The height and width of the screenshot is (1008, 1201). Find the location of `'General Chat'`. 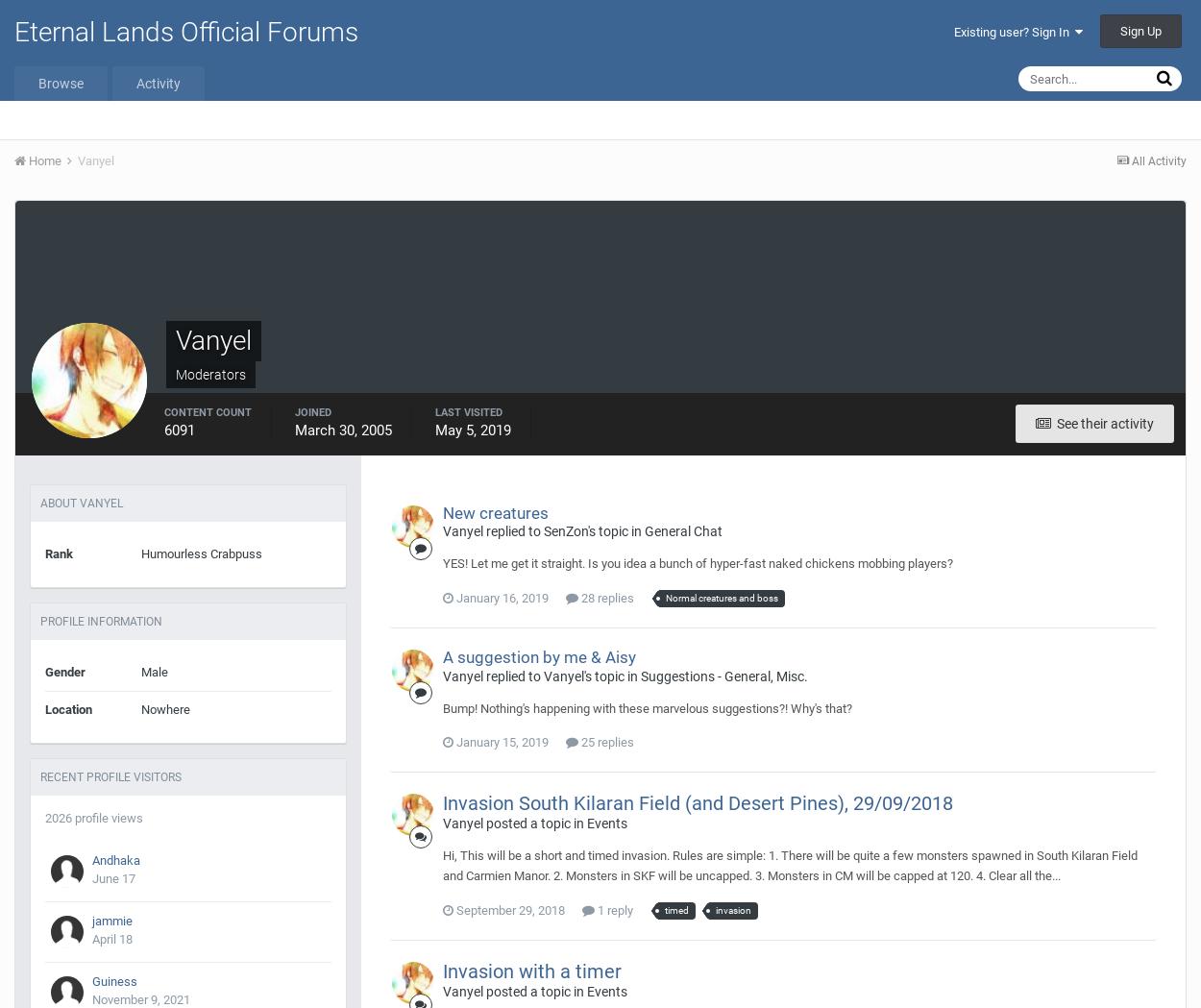

'General Chat' is located at coordinates (682, 531).